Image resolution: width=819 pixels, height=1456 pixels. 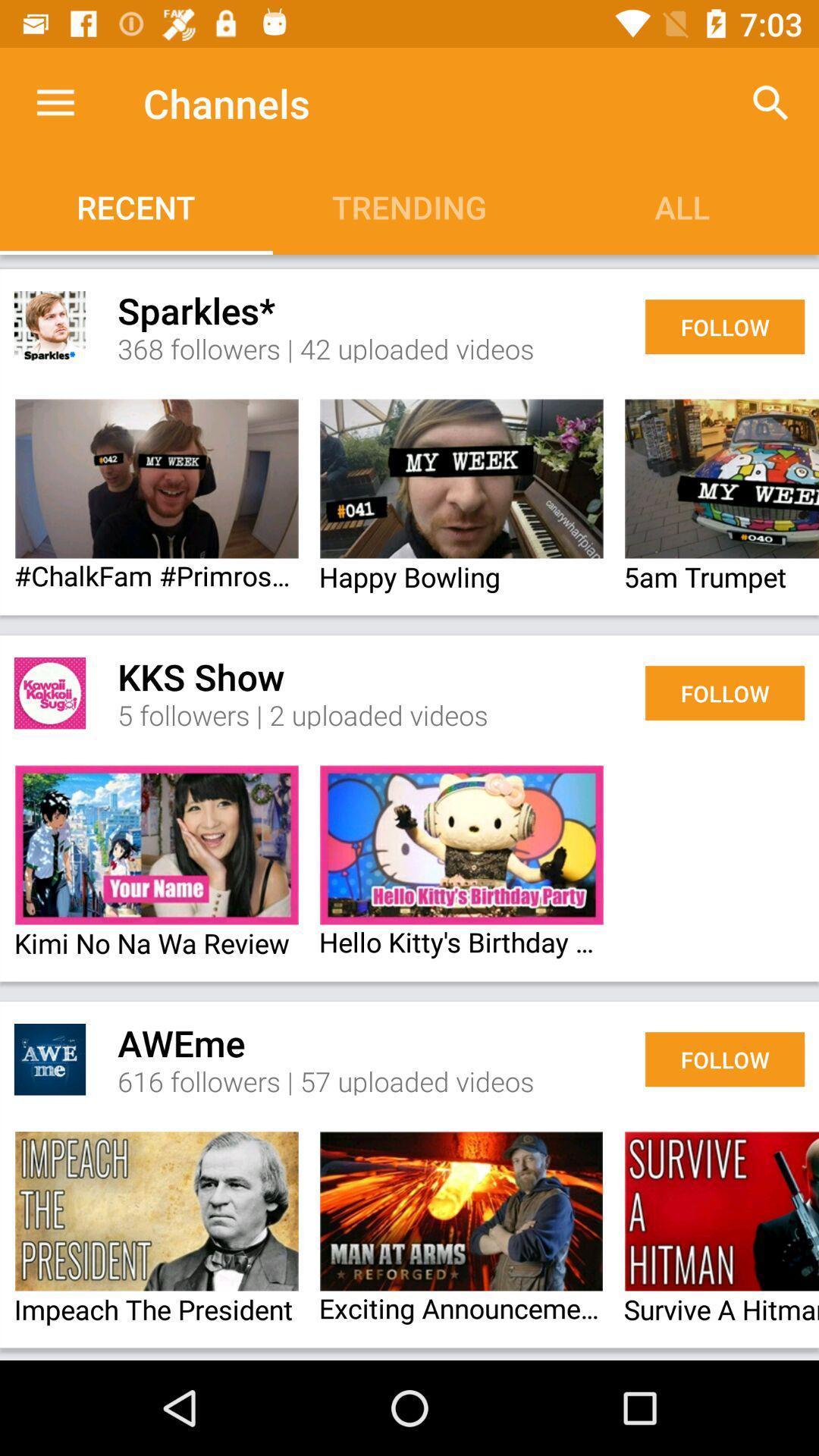 I want to click on the app next to the channels icon, so click(x=771, y=102).